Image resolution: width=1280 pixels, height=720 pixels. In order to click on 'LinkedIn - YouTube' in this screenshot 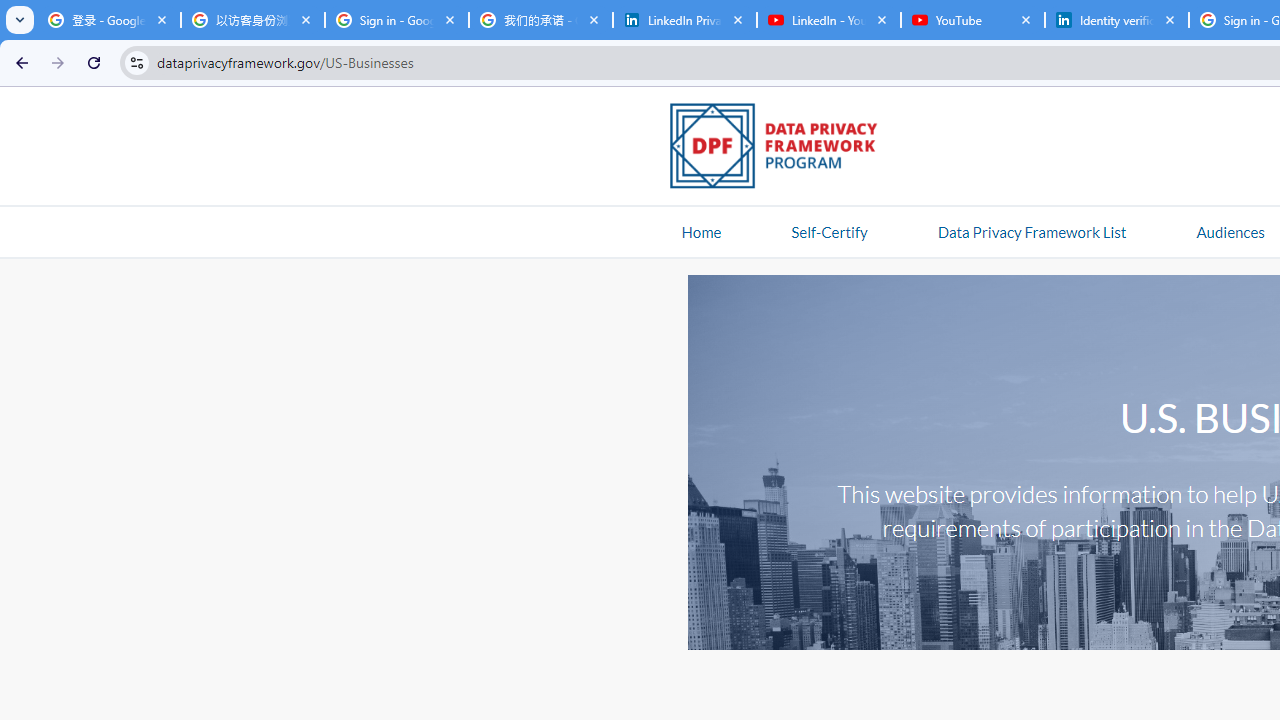, I will do `click(828, 20)`.